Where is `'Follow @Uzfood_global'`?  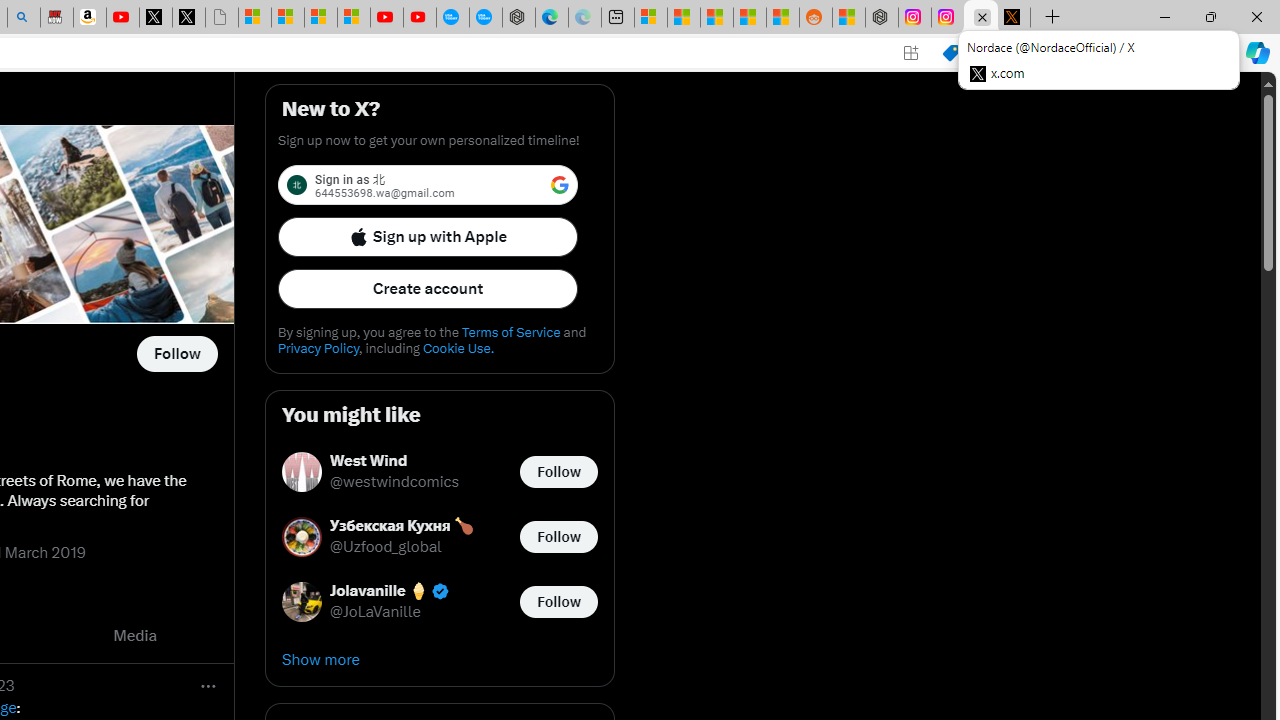 'Follow @Uzfood_global' is located at coordinates (558, 535).